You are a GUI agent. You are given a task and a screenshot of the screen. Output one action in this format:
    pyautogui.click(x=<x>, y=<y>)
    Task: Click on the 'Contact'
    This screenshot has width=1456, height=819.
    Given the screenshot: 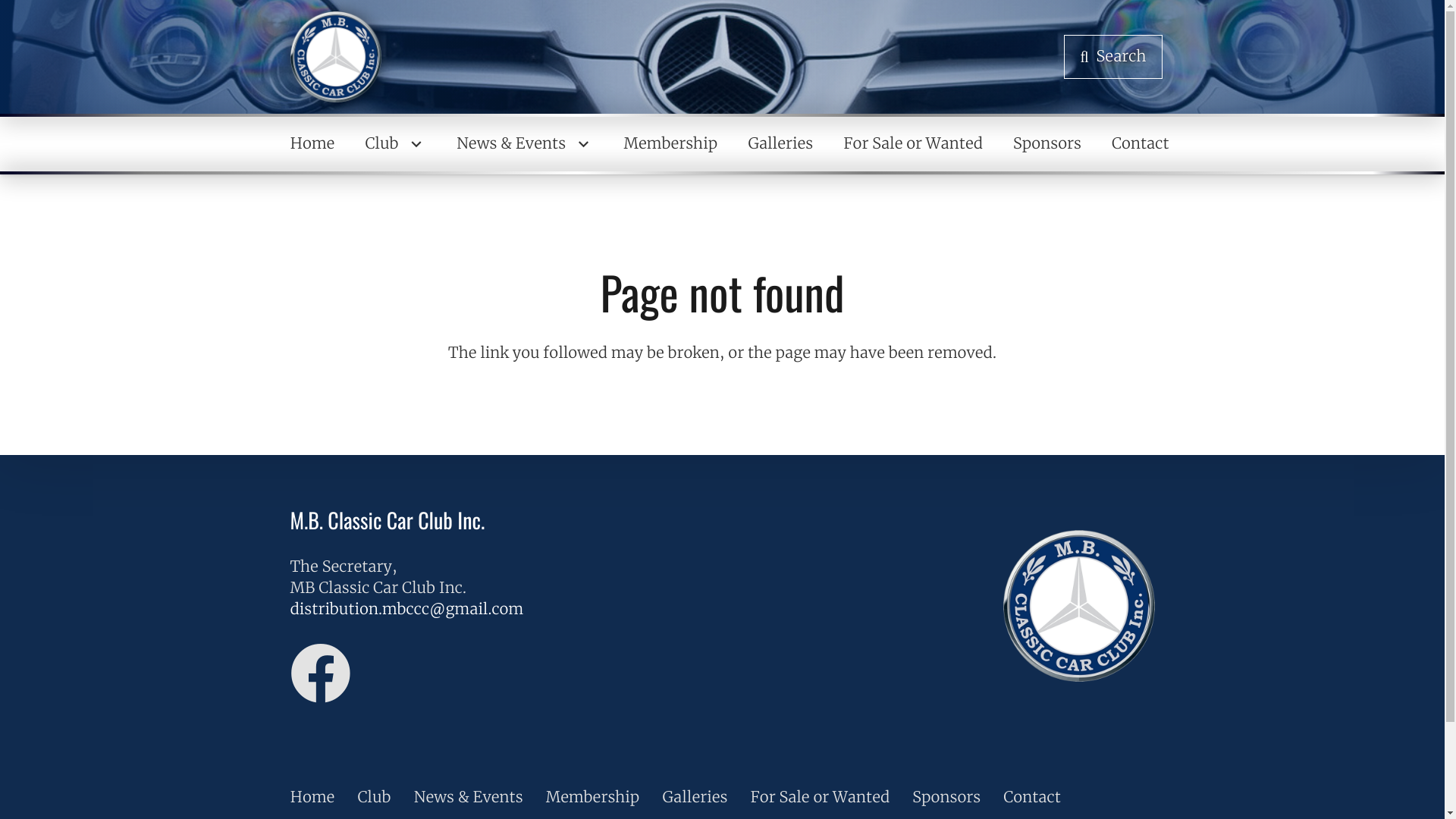 What is the action you would take?
    pyautogui.click(x=1003, y=796)
    